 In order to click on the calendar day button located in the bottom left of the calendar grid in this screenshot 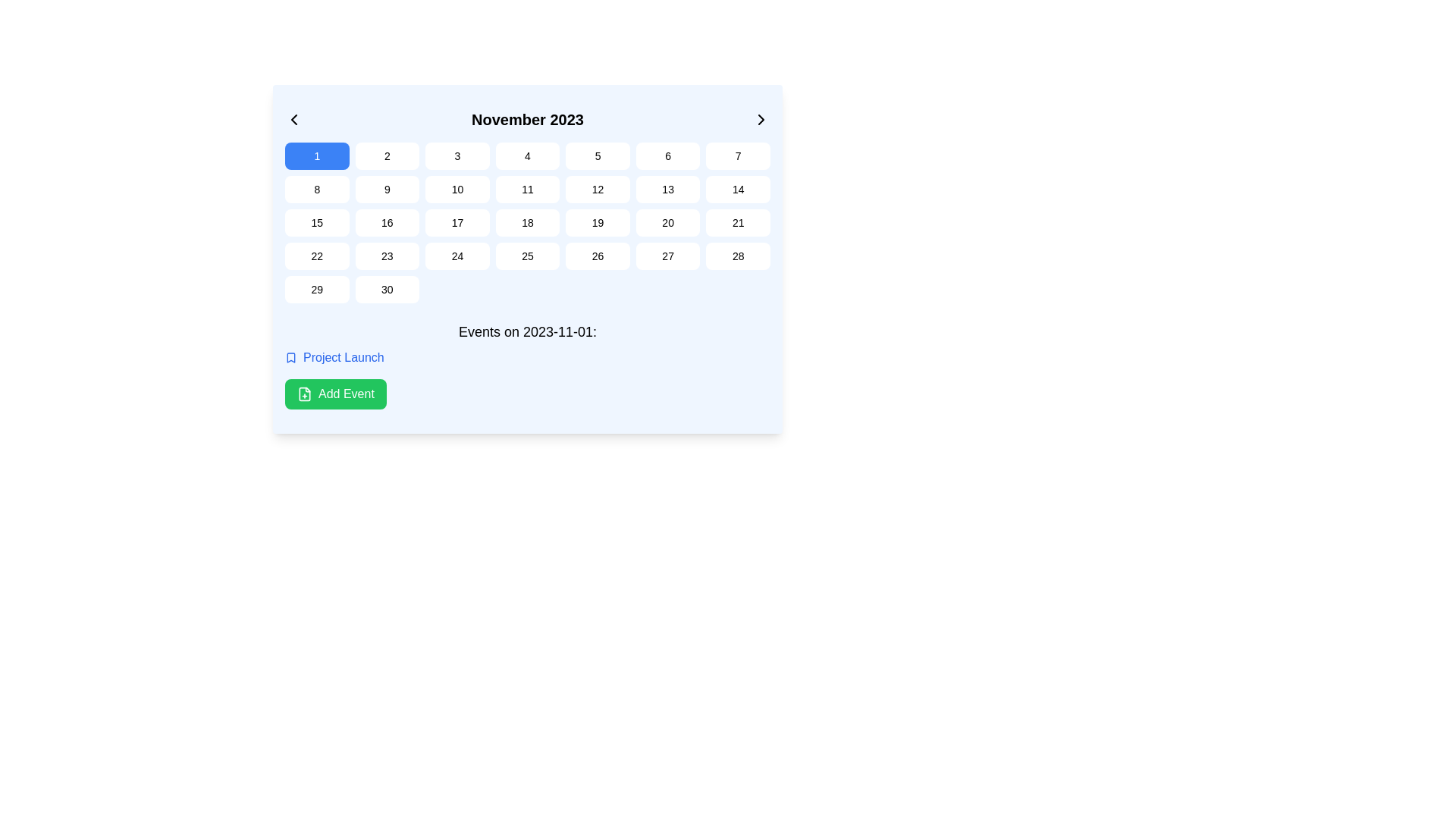, I will do `click(316, 289)`.